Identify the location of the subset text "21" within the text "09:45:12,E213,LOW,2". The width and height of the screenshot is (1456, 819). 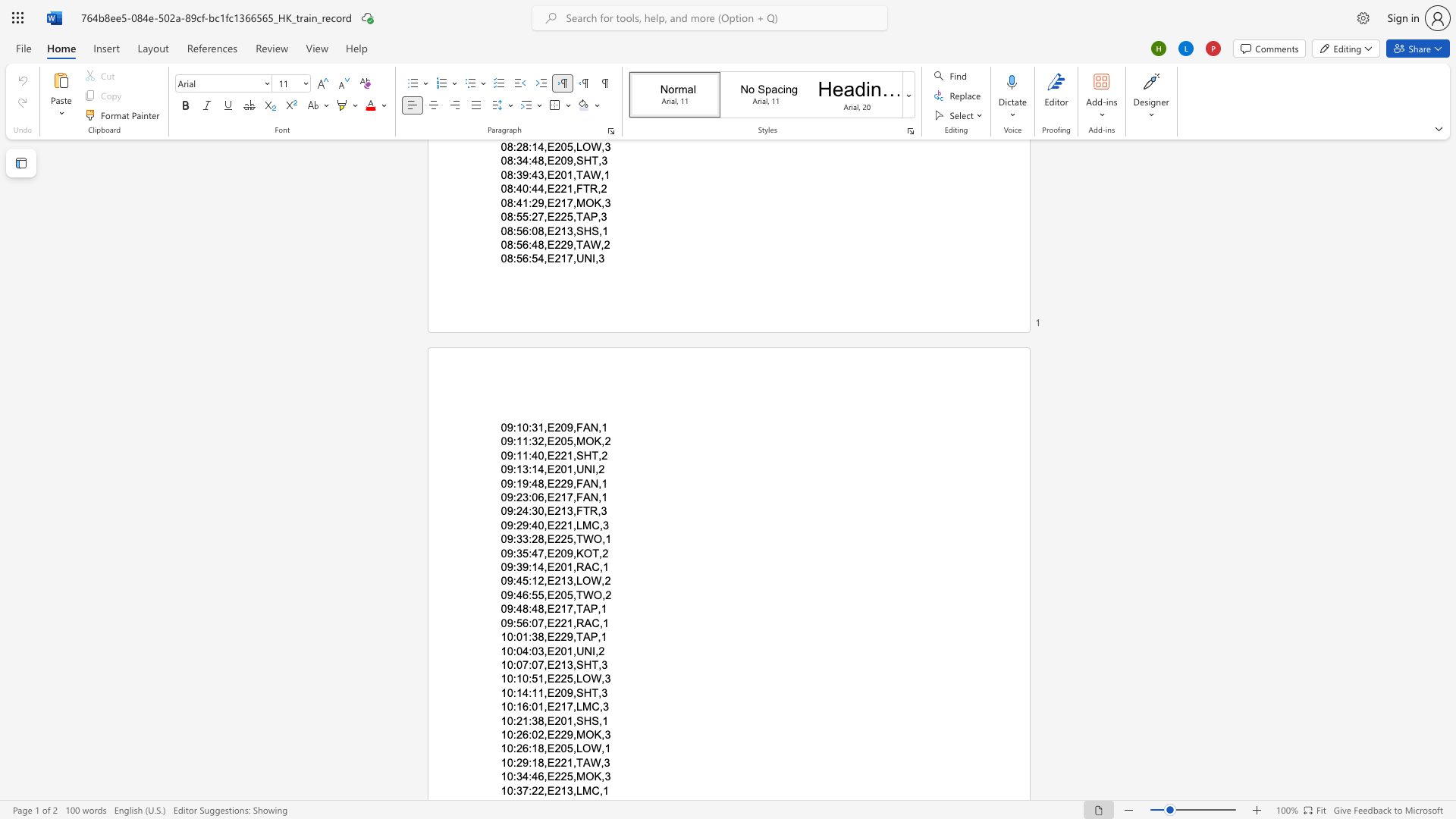
(554, 580).